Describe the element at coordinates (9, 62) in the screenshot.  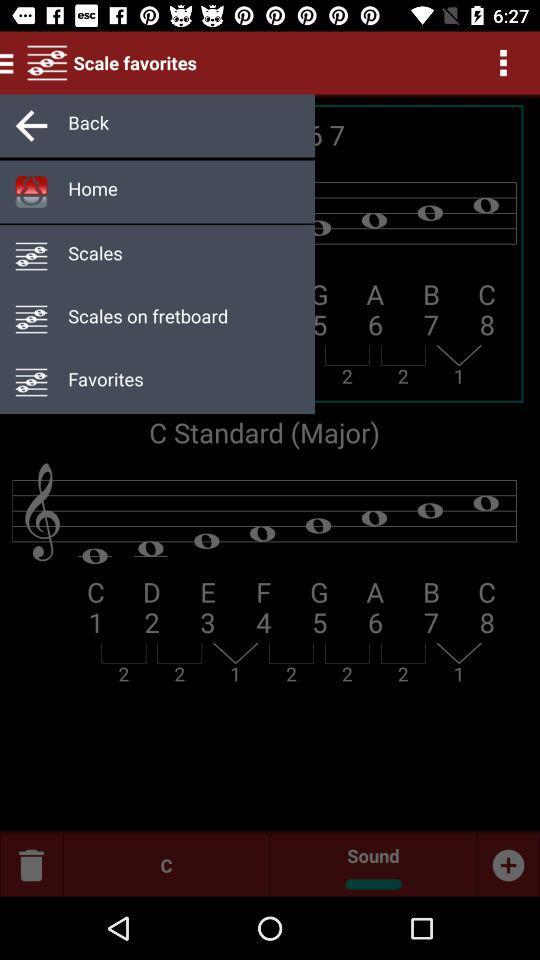
I see `the menu icon` at that location.